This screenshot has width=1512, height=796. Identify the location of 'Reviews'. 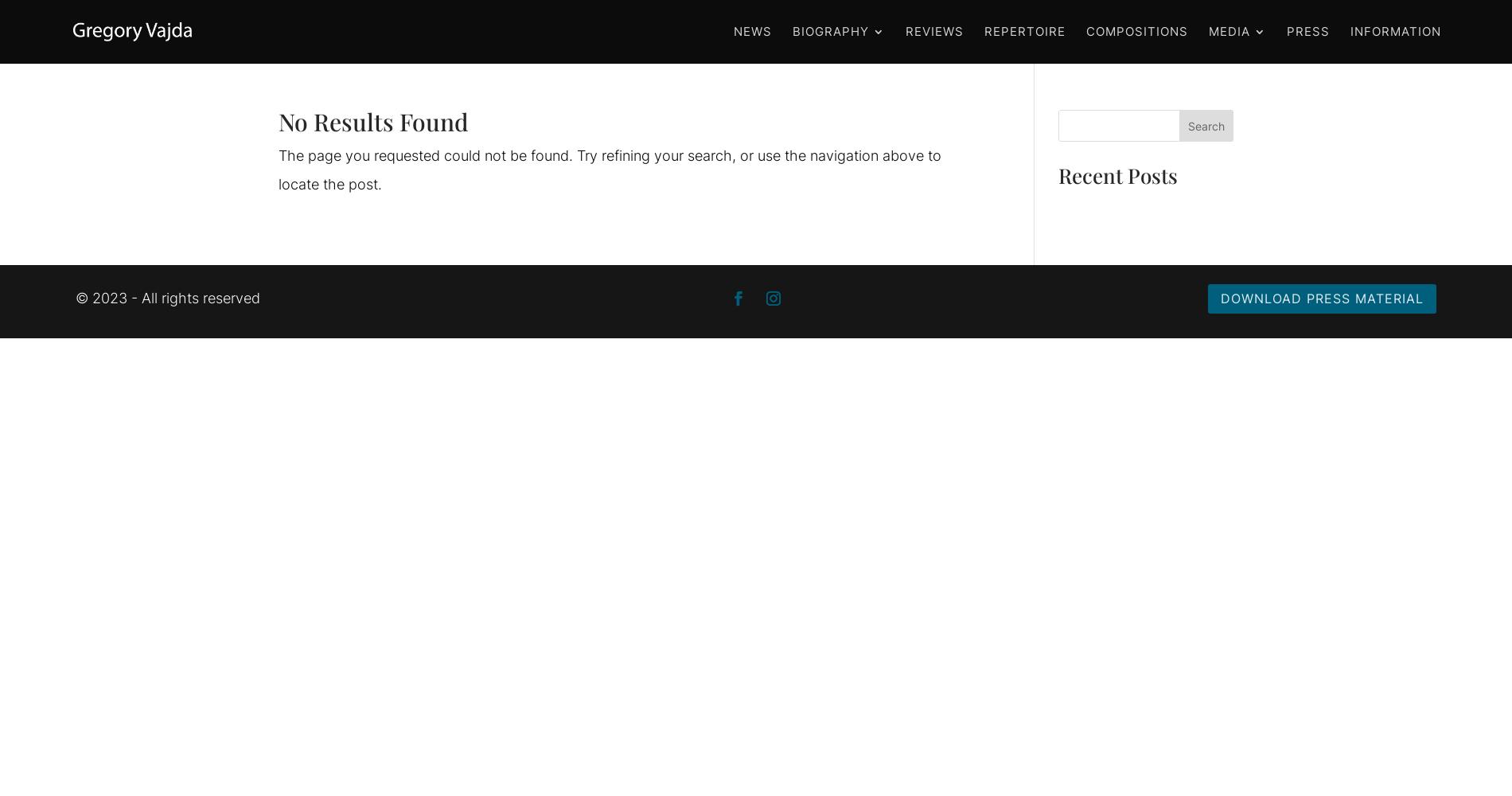
(934, 31).